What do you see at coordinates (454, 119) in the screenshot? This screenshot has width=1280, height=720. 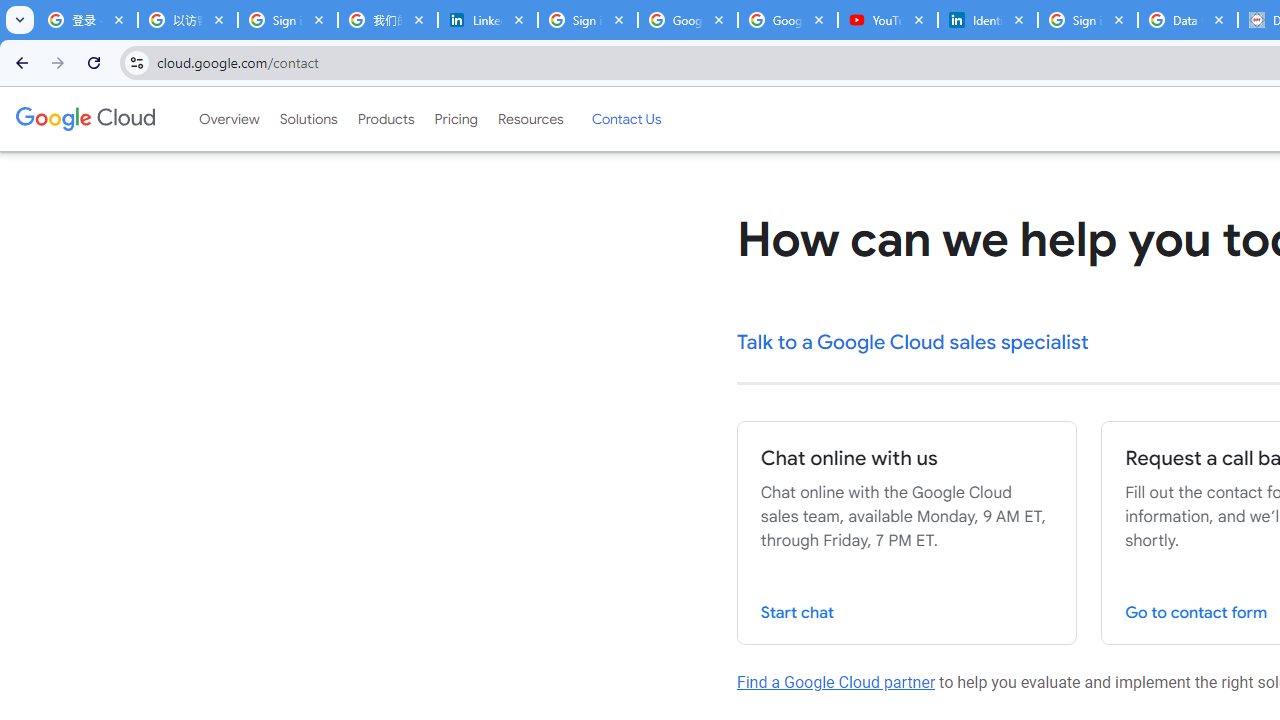 I see `'Pricing'` at bounding box center [454, 119].